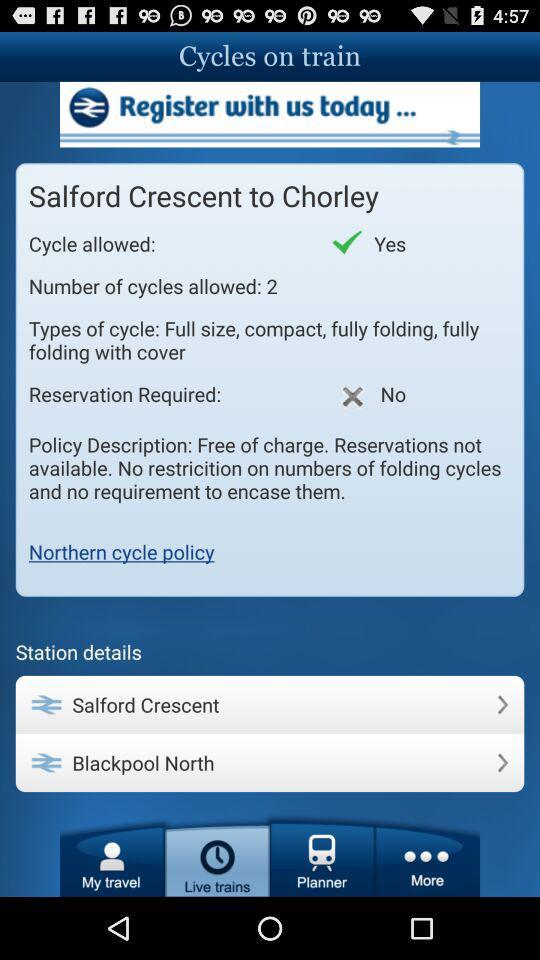 The image size is (540, 960). Describe the element at coordinates (270, 114) in the screenshot. I see `advertisement` at that location.